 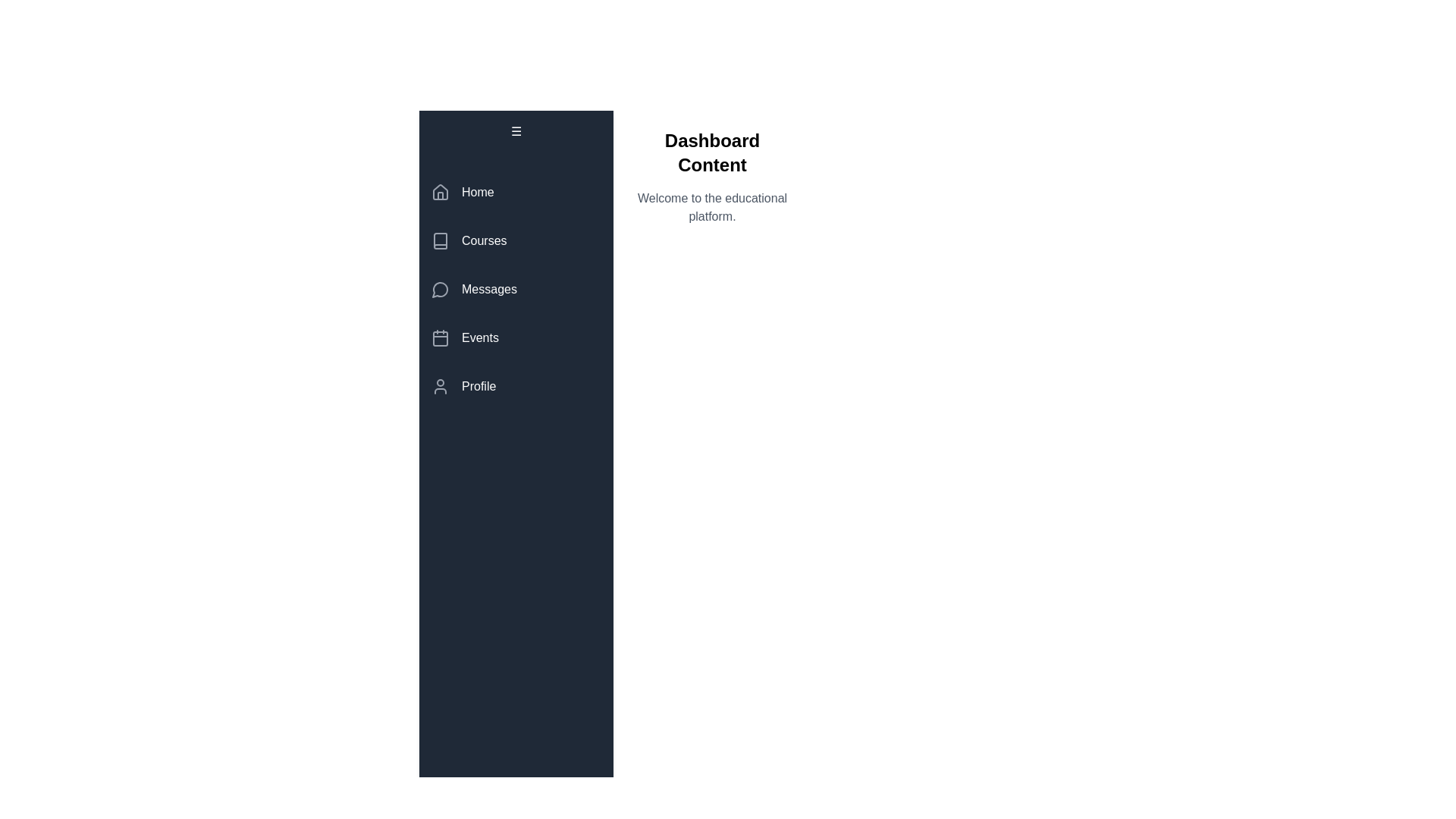 I want to click on the menu item labeled Courses by clicking on it, so click(x=516, y=240).